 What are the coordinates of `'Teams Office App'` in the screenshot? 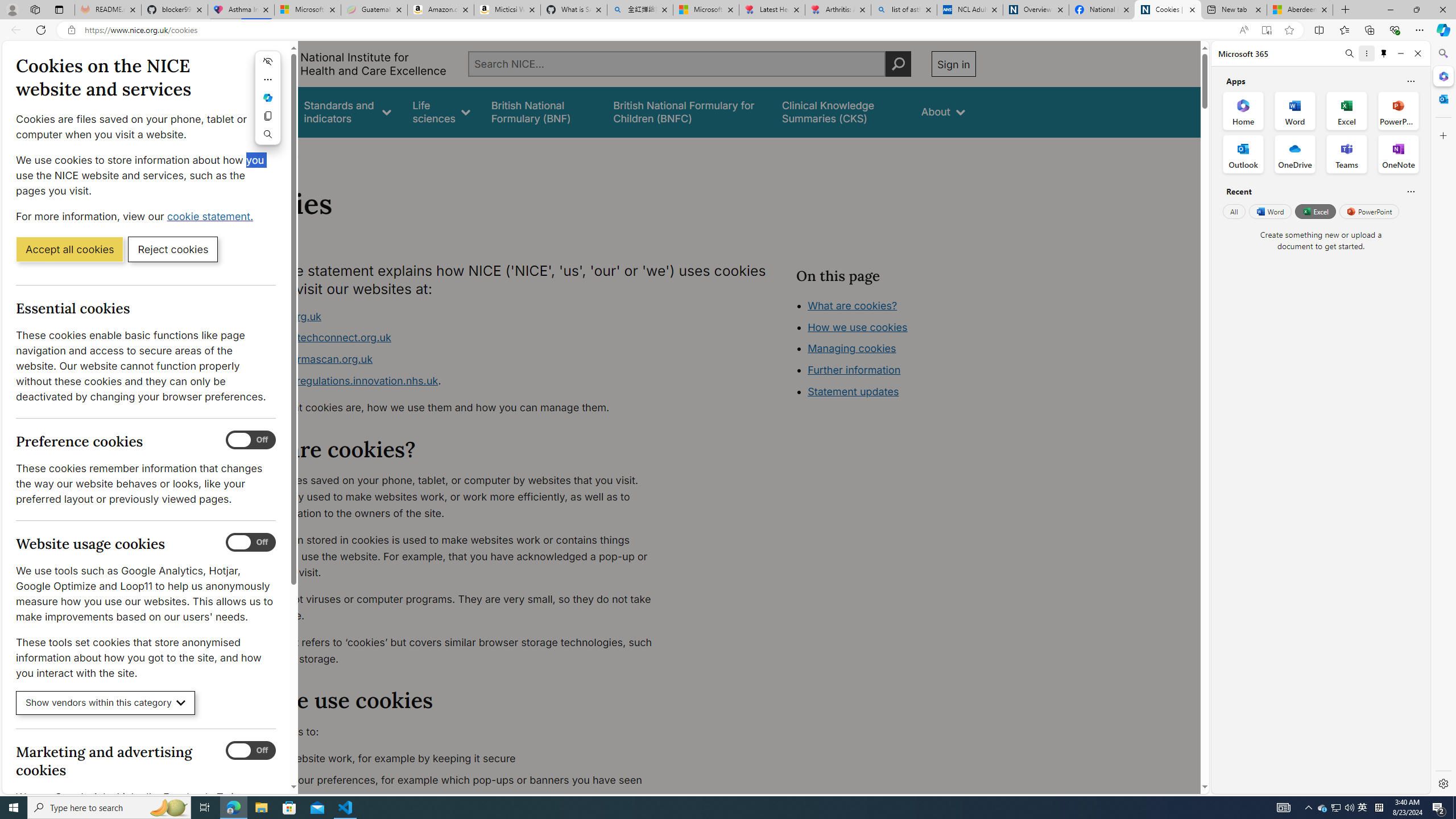 It's located at (1347, 154).